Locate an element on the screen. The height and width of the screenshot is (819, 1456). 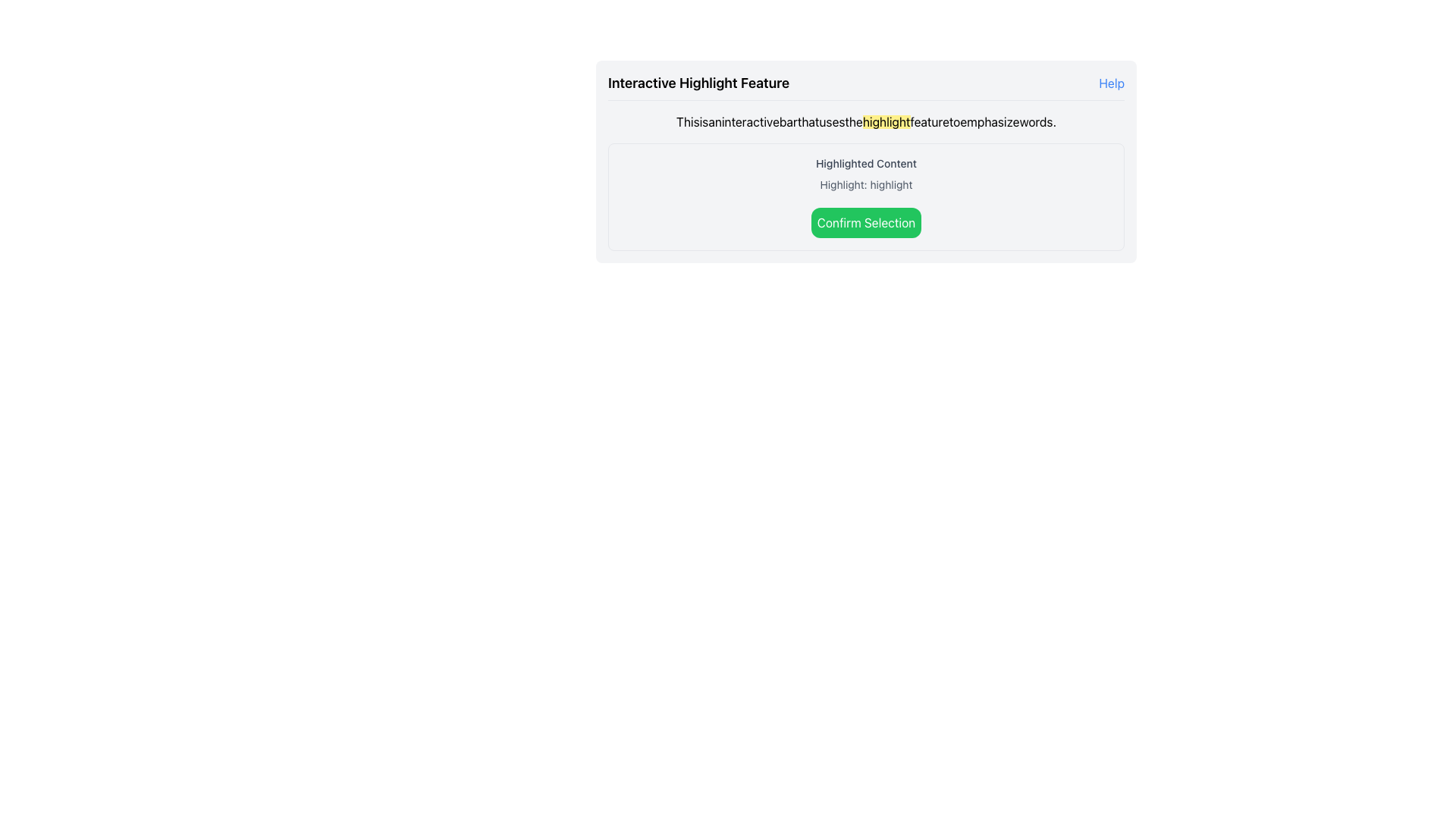
text element containing 'This', which is the first word in the sentence and displayed in a sans-serif font style is located at coordinates (687, 121).